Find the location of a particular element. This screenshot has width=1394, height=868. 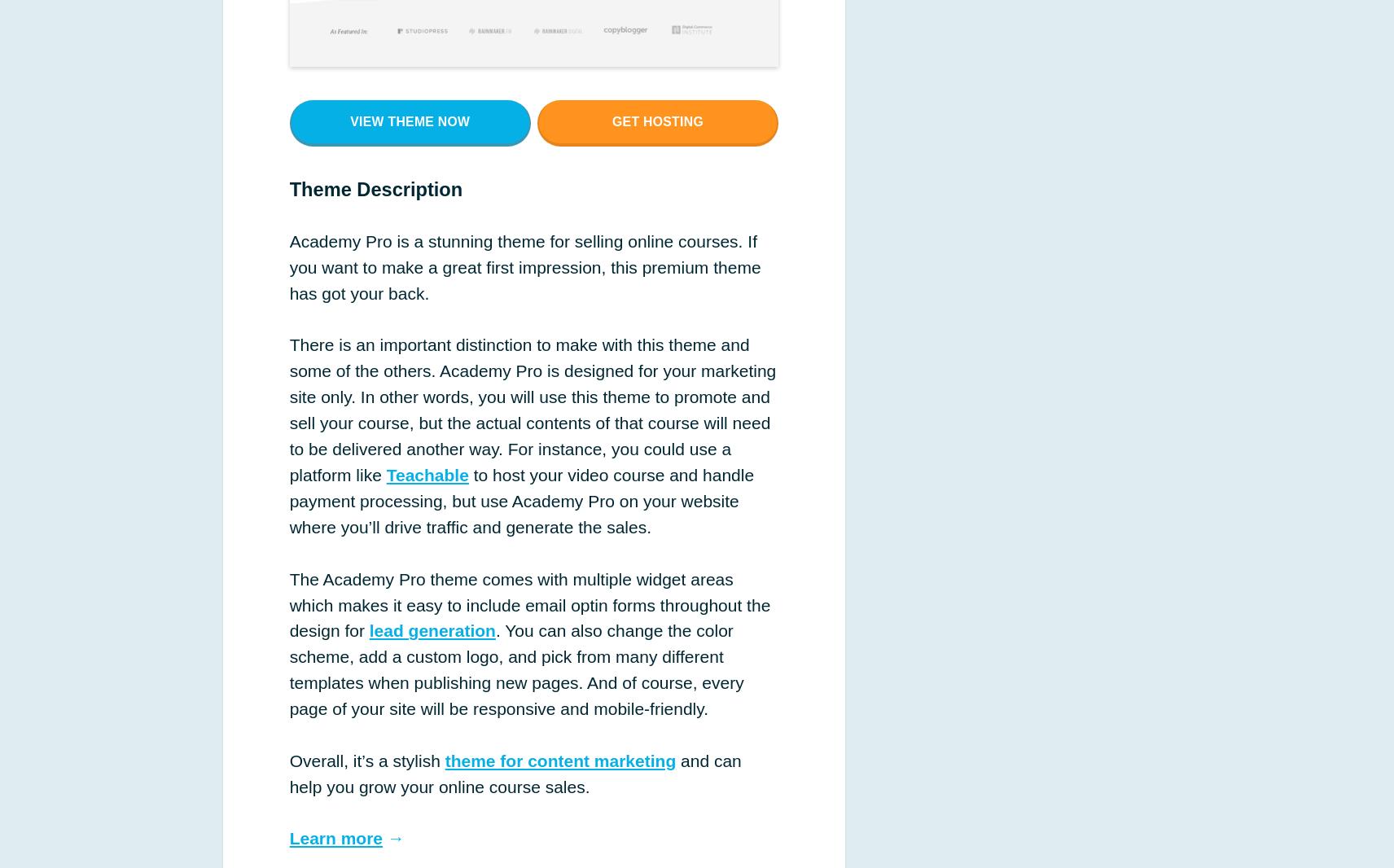

'Academy Pro is a stunning theme for selling online courses. If you want to make a great first impression, this premium theme has got your back.' is located at coordinates (289, 266).